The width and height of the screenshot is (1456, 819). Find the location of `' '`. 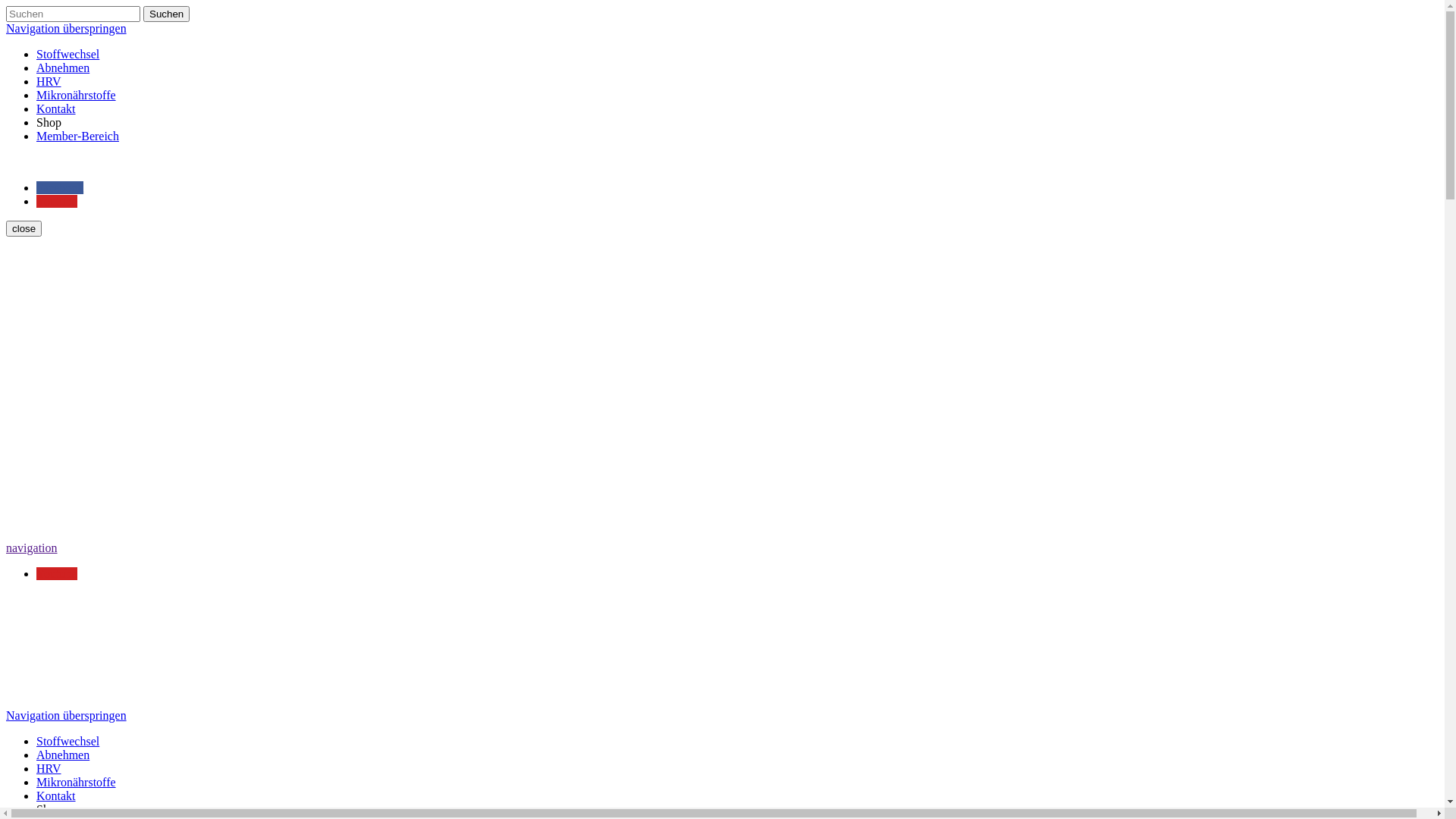

' ' is located at coordinates (7, 162).